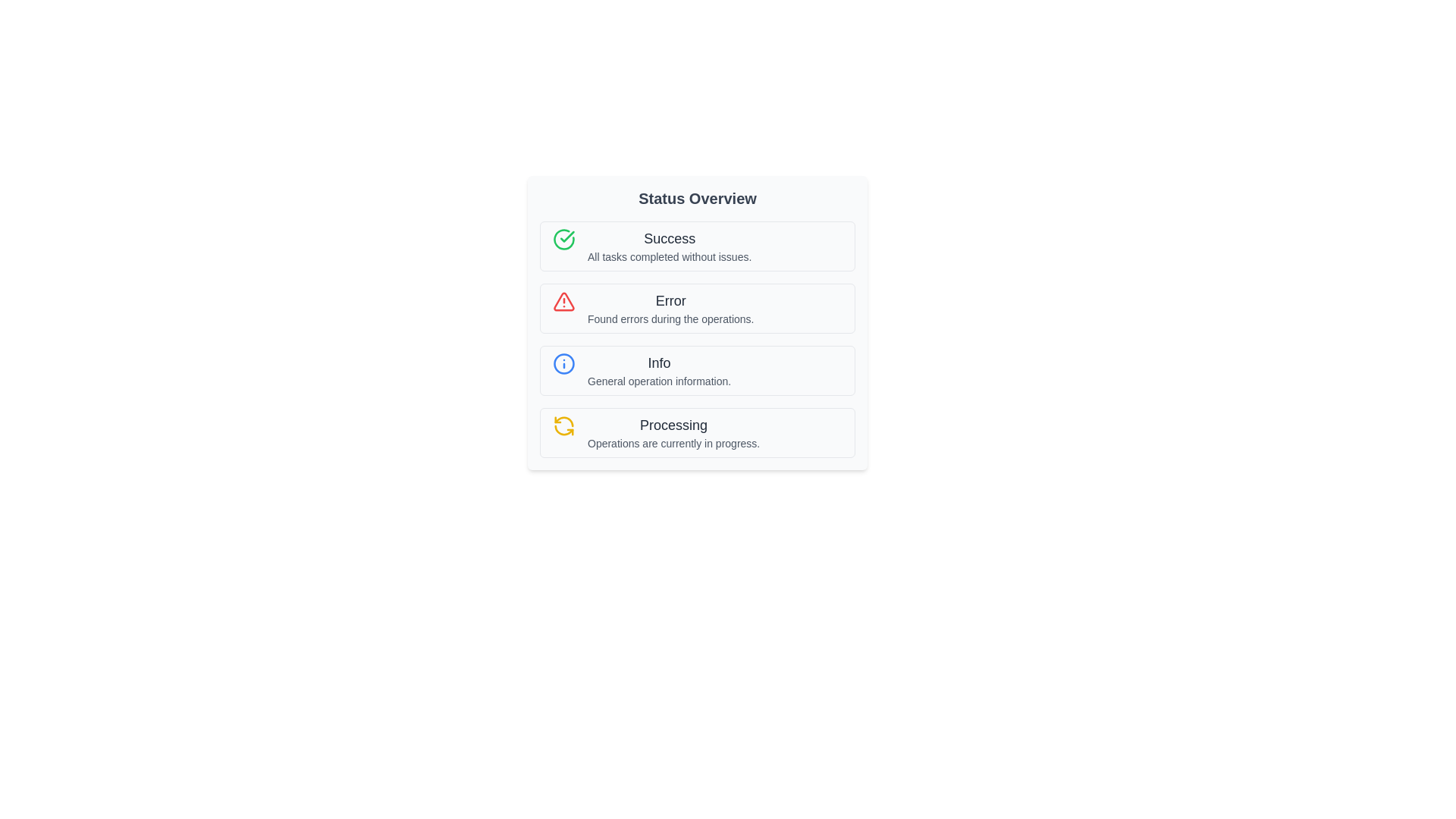 Image resolution: width=1456 pixels, height=819 pixels. Describe the element at coordinates (566, 237) in the screenshot. I see `the checkmark icon located in the top-left corner of the 'Success' section of the 'Status Overview' panel, which is styled with a green stroke color and indicates a successful operation` at that location.